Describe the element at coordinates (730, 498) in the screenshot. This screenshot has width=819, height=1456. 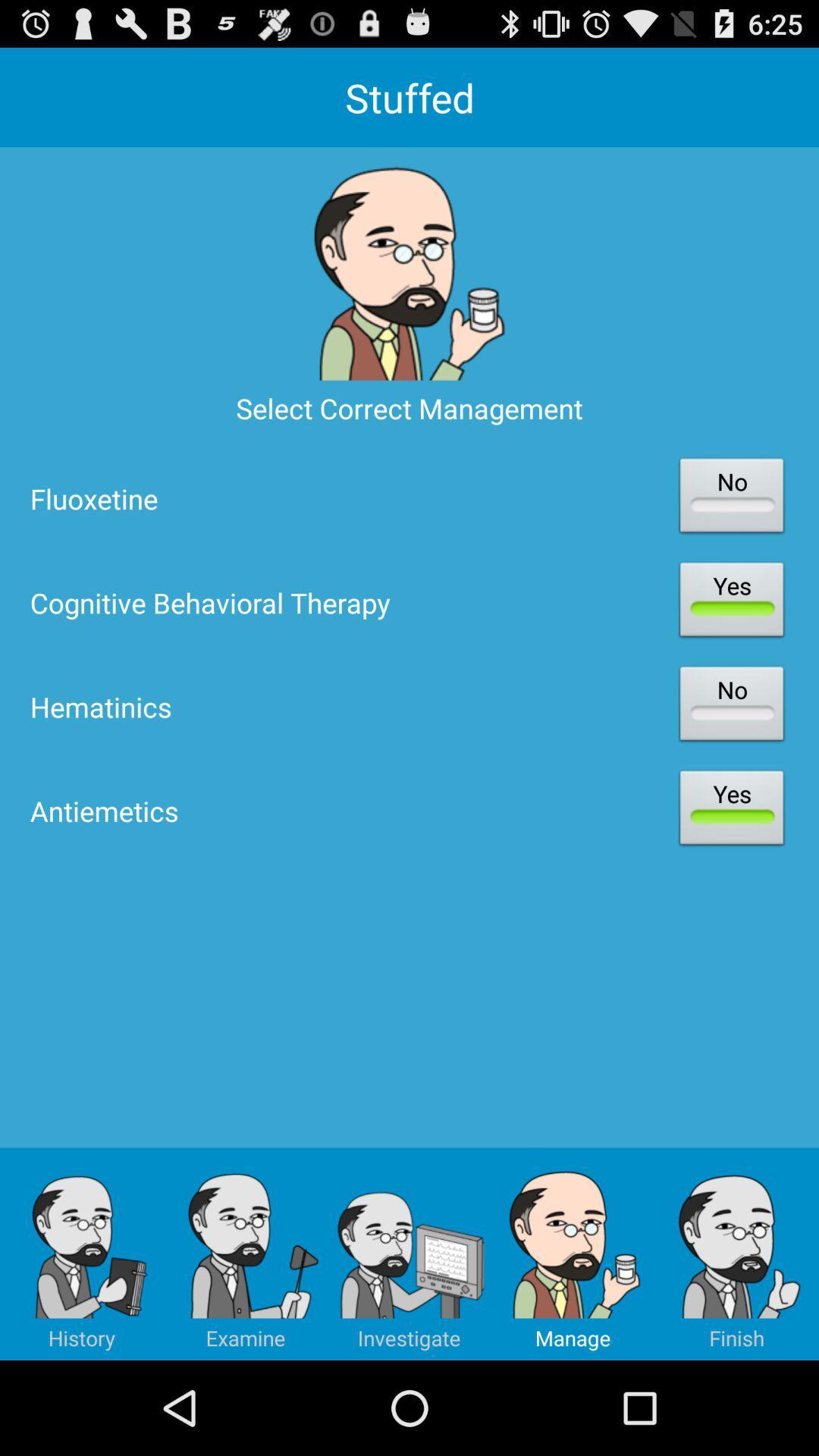
I see `the first button on the right next to the text fluoxetine on the web page` at that location.